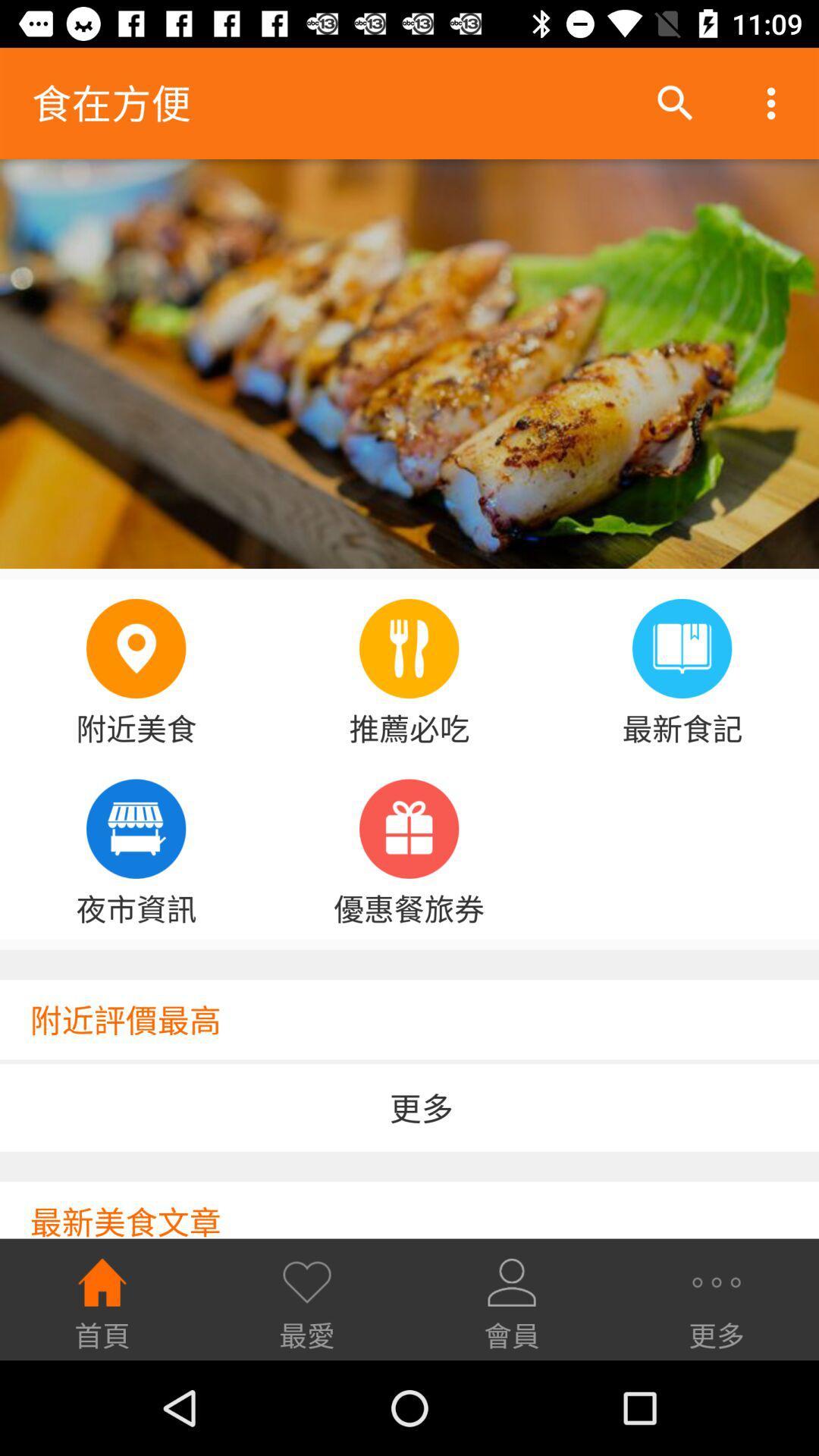 The image size is (819, 1456). I want to click on the food icon which is below the image, so click(408, 648).